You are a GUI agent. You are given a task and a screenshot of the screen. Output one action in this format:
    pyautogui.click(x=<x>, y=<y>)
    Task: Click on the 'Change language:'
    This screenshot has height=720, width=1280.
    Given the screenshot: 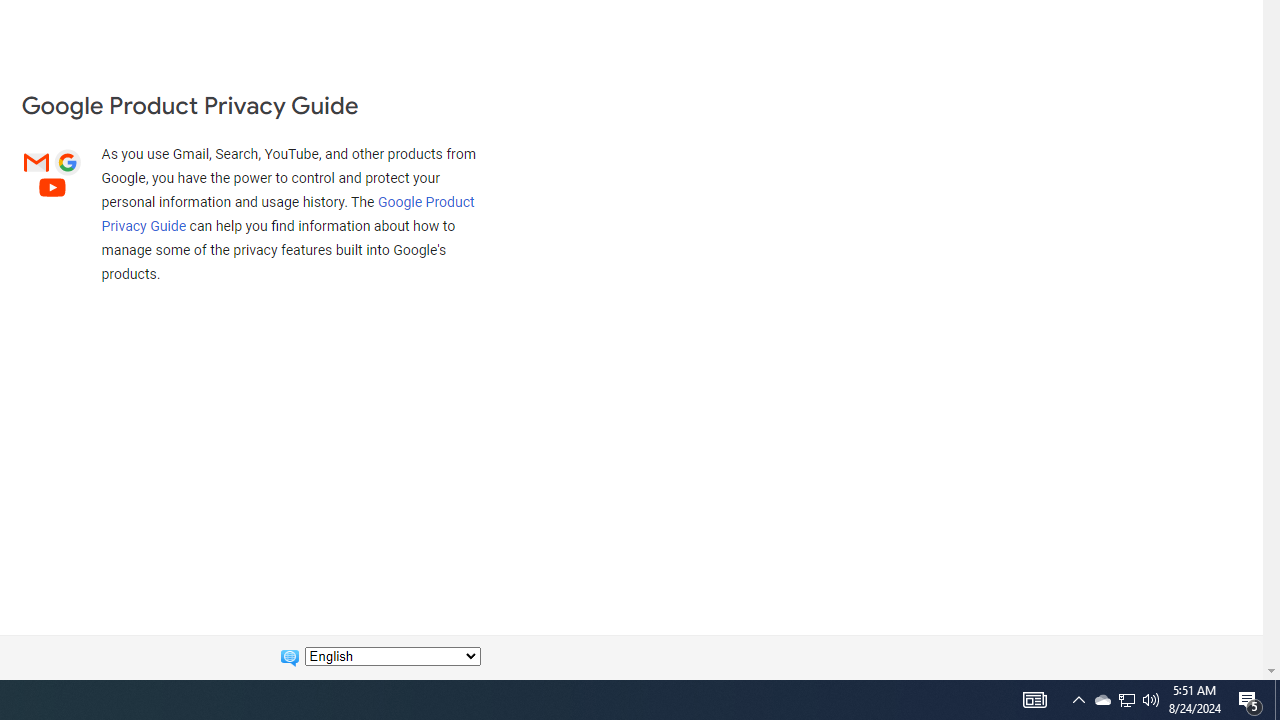 What is the action you would take?
    pyautogui.click(x=392, y=656)
    